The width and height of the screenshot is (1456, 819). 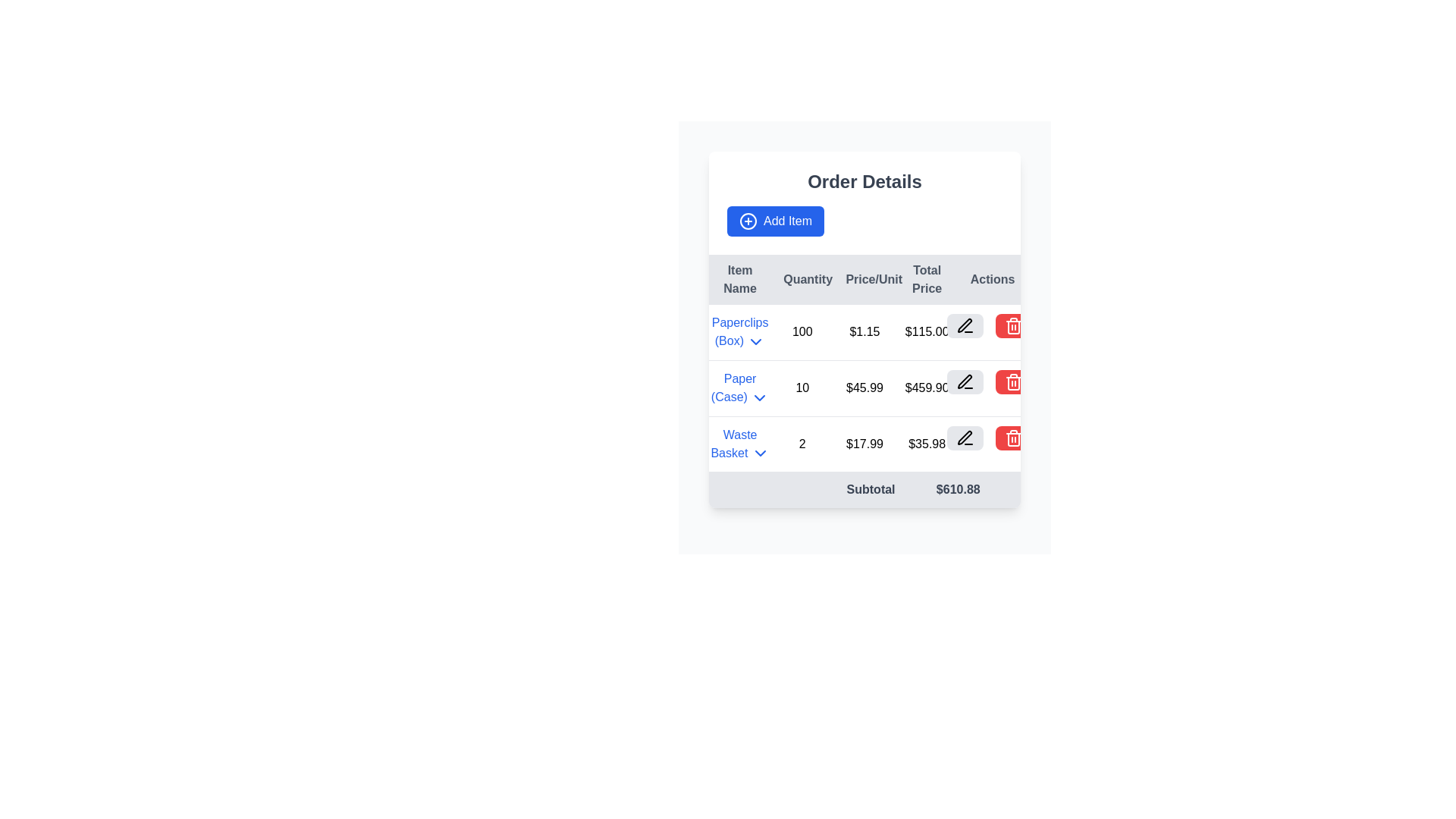 What do you see at coordinates (756, 341) in the screenshot?
I see `the downward-pointing chevron icon to the right of 'Paperclips (Box)' in the first row of the table` at bounding box center [756, 341].